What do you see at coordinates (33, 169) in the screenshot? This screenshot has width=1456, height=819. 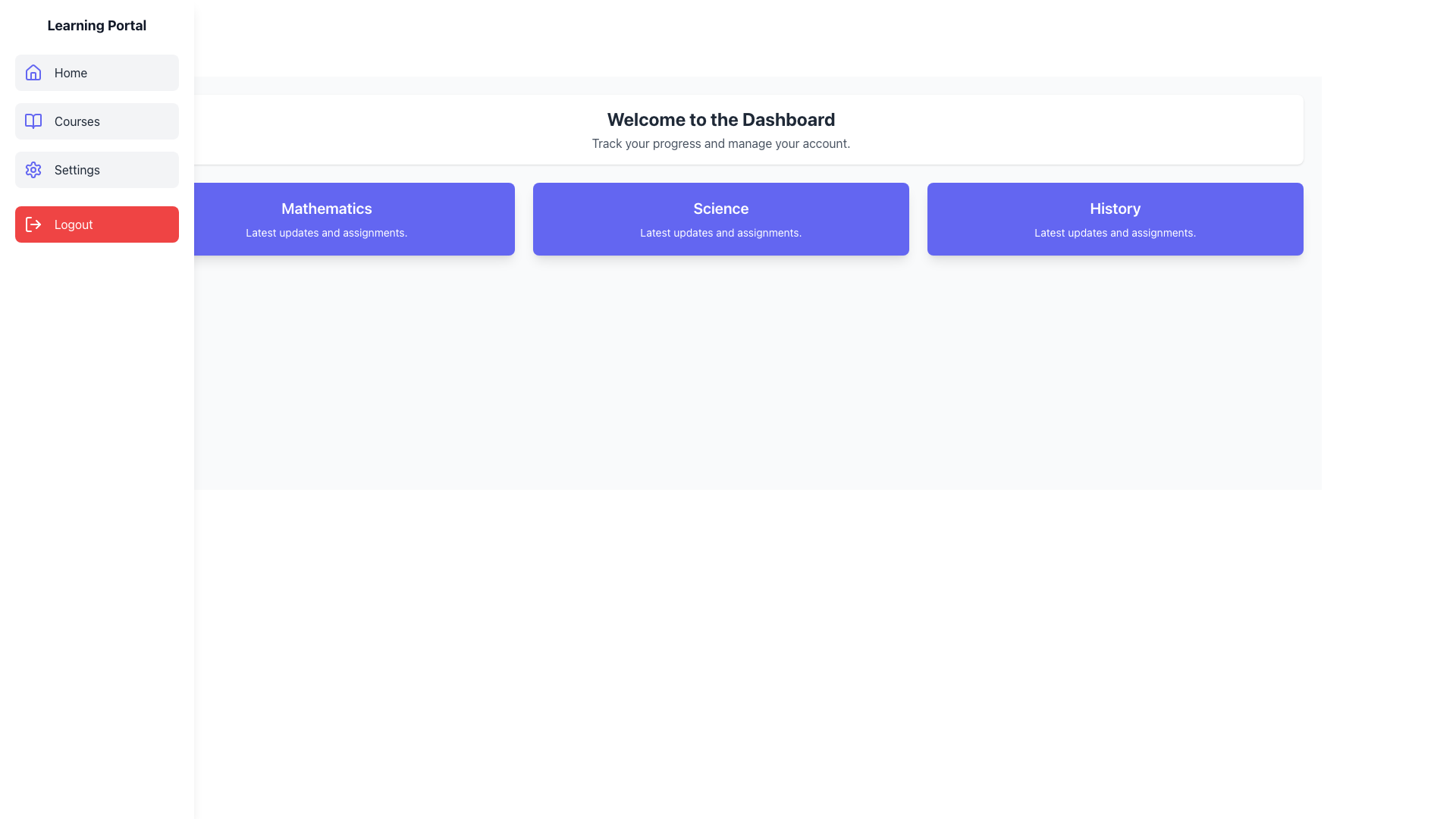 I see `the 'Settings' icon located in the left navigation bar, which serves as a visual indicator for the 'Settings' functionality` at bounding box center [33, 169].